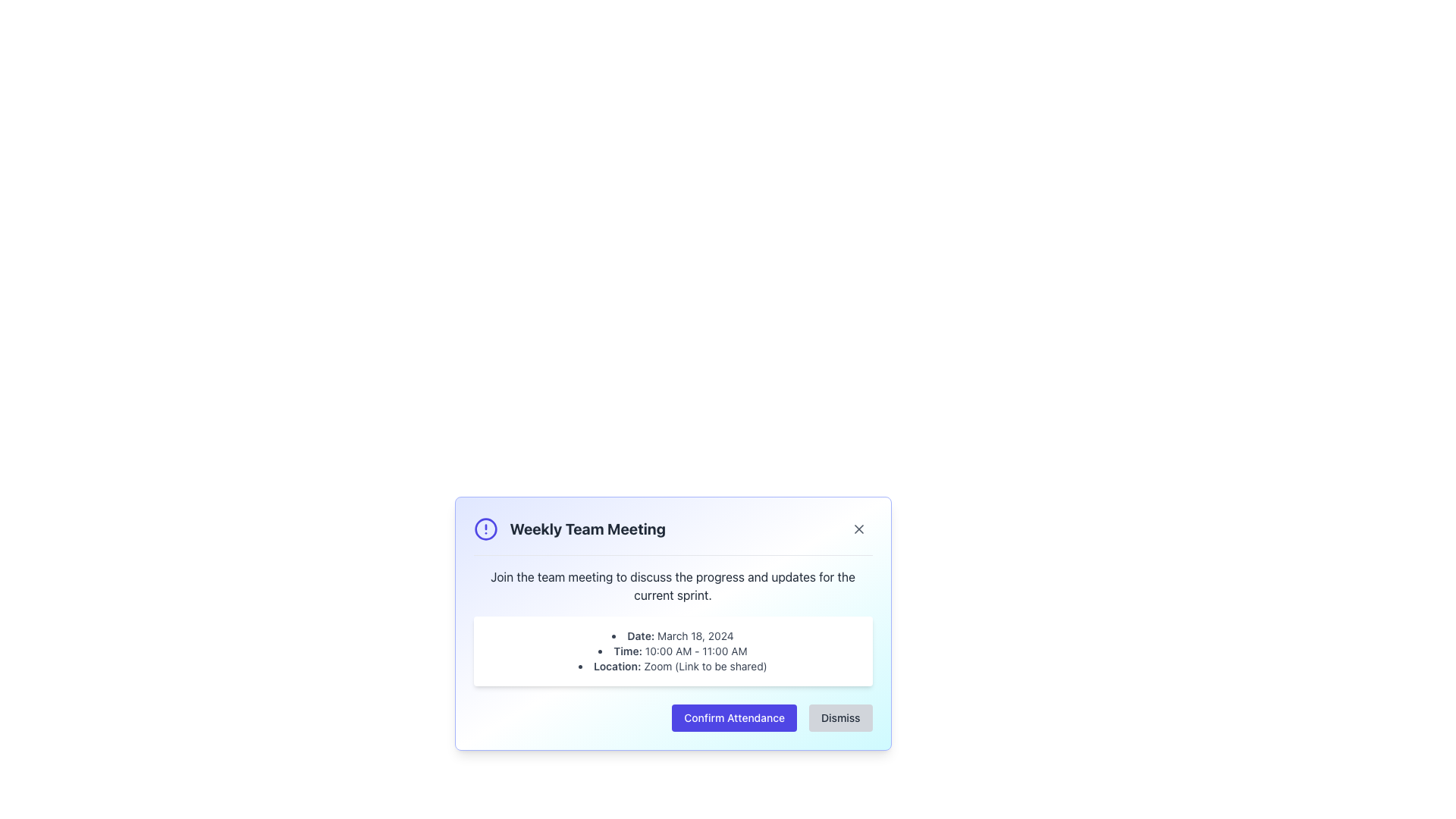 The image size is (1456, 819). What do you see at coordinates (672, 585) in the screenshot?
I see `the text element reading 'Join the team meeting to discuss the progress and updates for the current sprint.' which is located in the 'Weekly Team Meeting' modal dialog box` at bounding box center [672, 585].